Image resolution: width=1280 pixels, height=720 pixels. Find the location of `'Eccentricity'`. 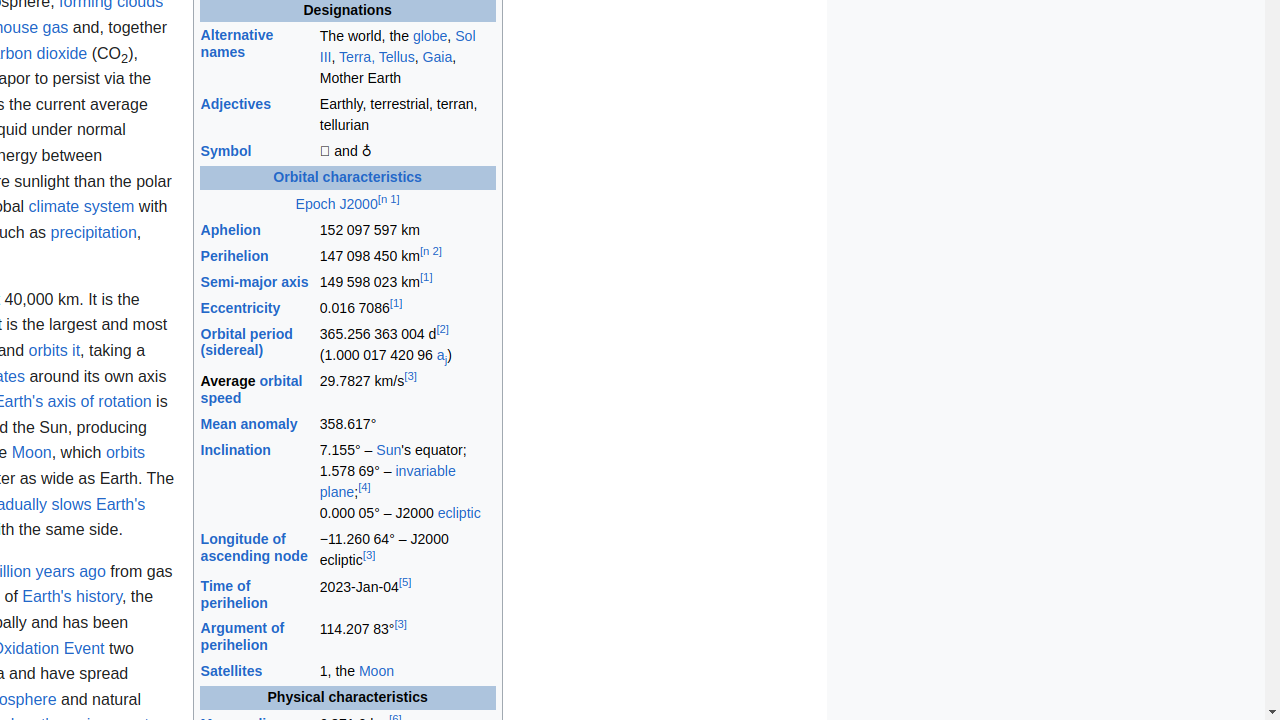

'Eccentricity' is located at coordinates (240, 308).